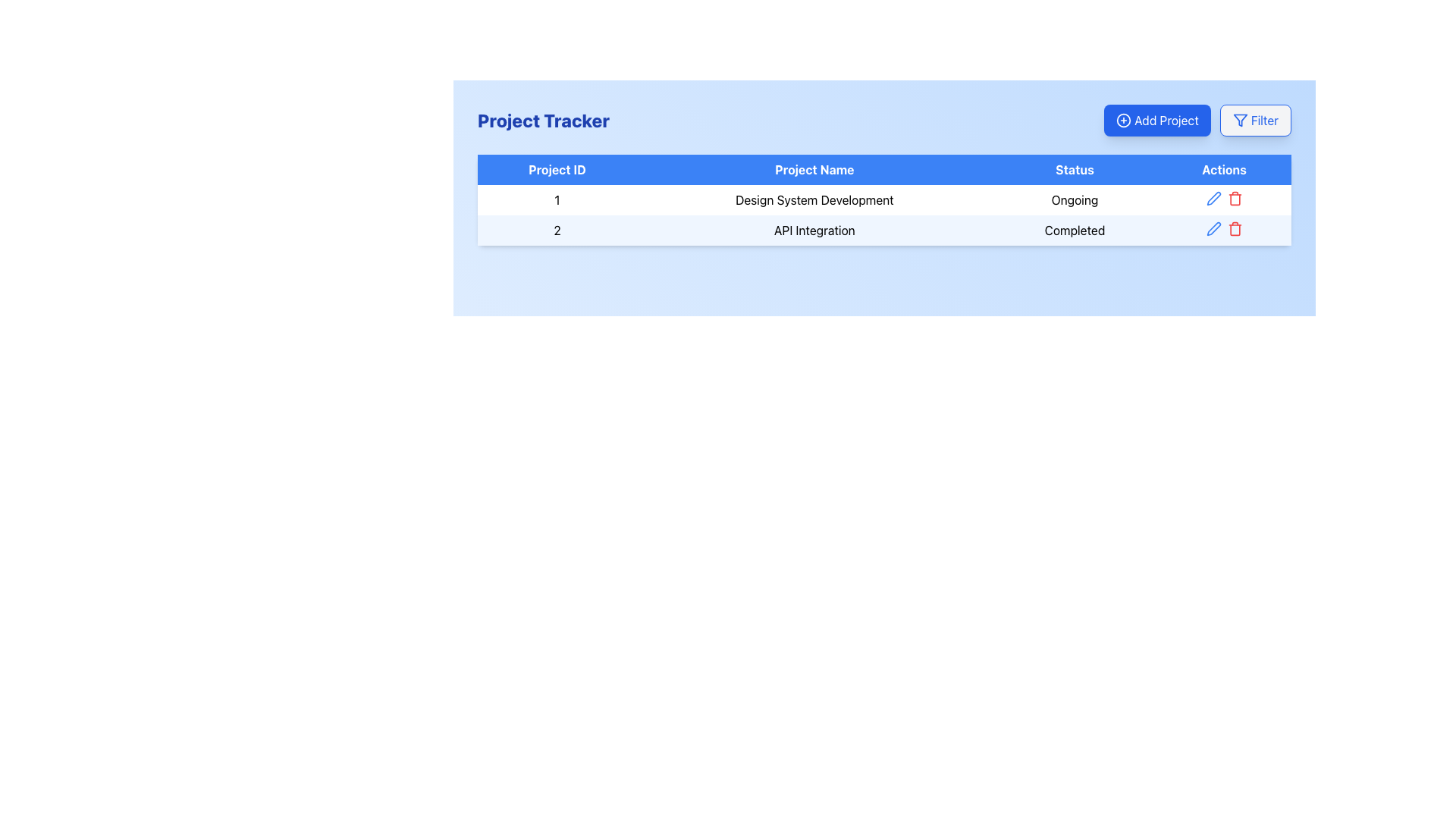 The width and height of the screenshot is (1456, 819). What do you see at coordinates (1255, 119) in the screenshot?
I see `the 'Filter' button located in the top-right corner of the interface, to the right of the 'Add Project' button, which has a gray background and blue text` at bounding box center [1255, 119].